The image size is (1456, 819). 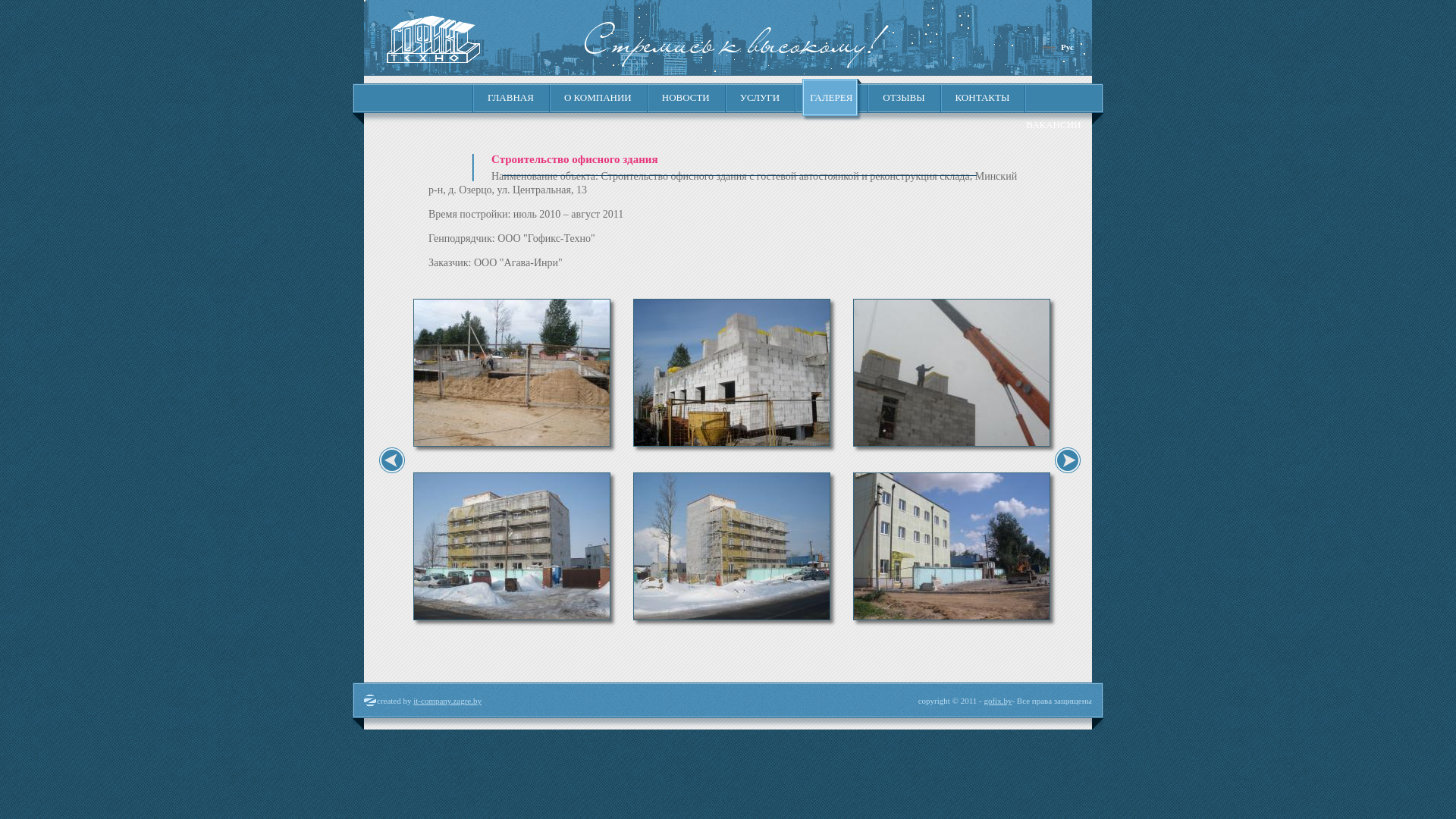 I want to click on 'it-company.zagre.by', so click(x=413, y=701).